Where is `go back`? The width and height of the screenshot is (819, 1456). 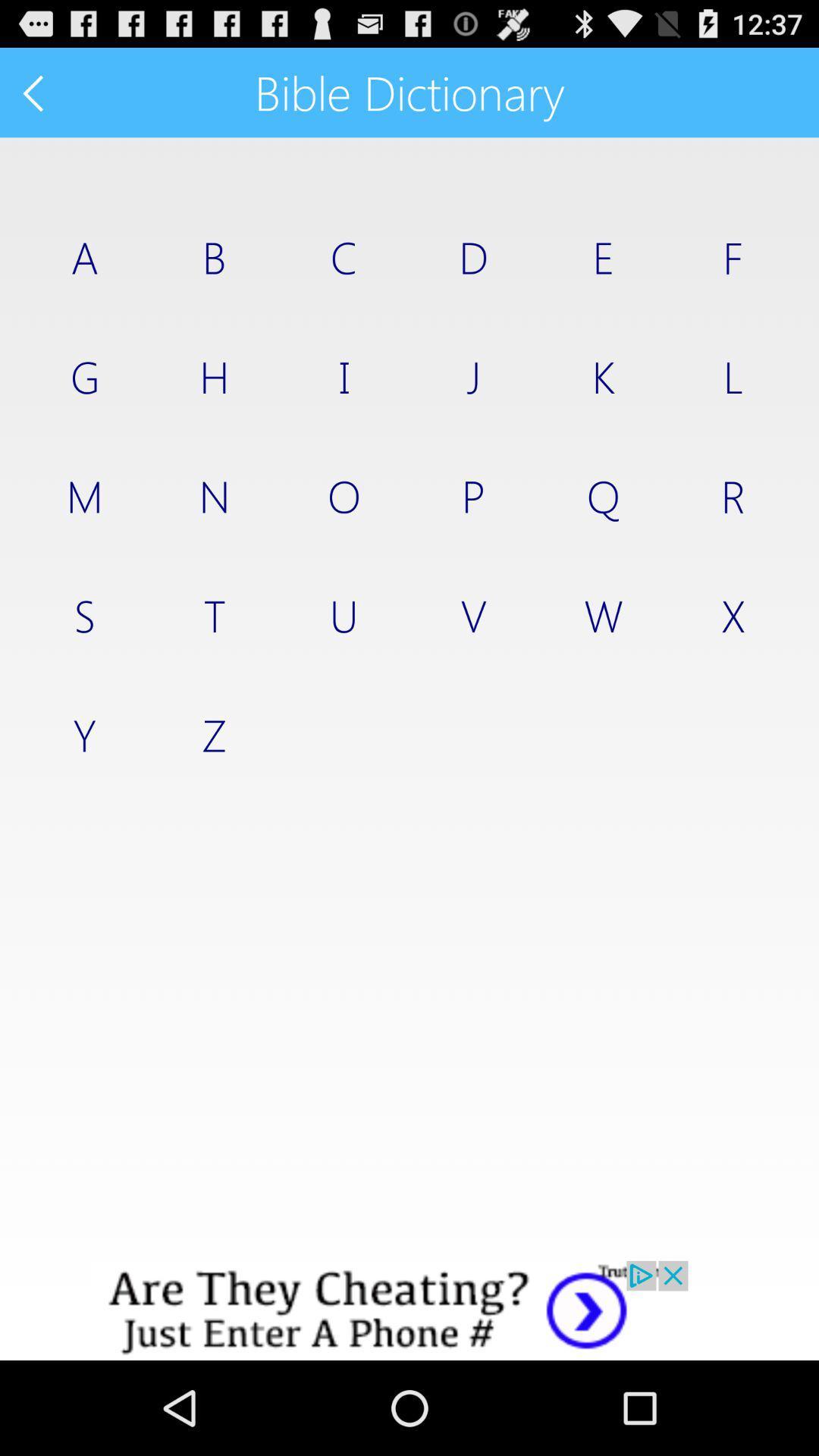 go back is located at coordinates (34, 92).